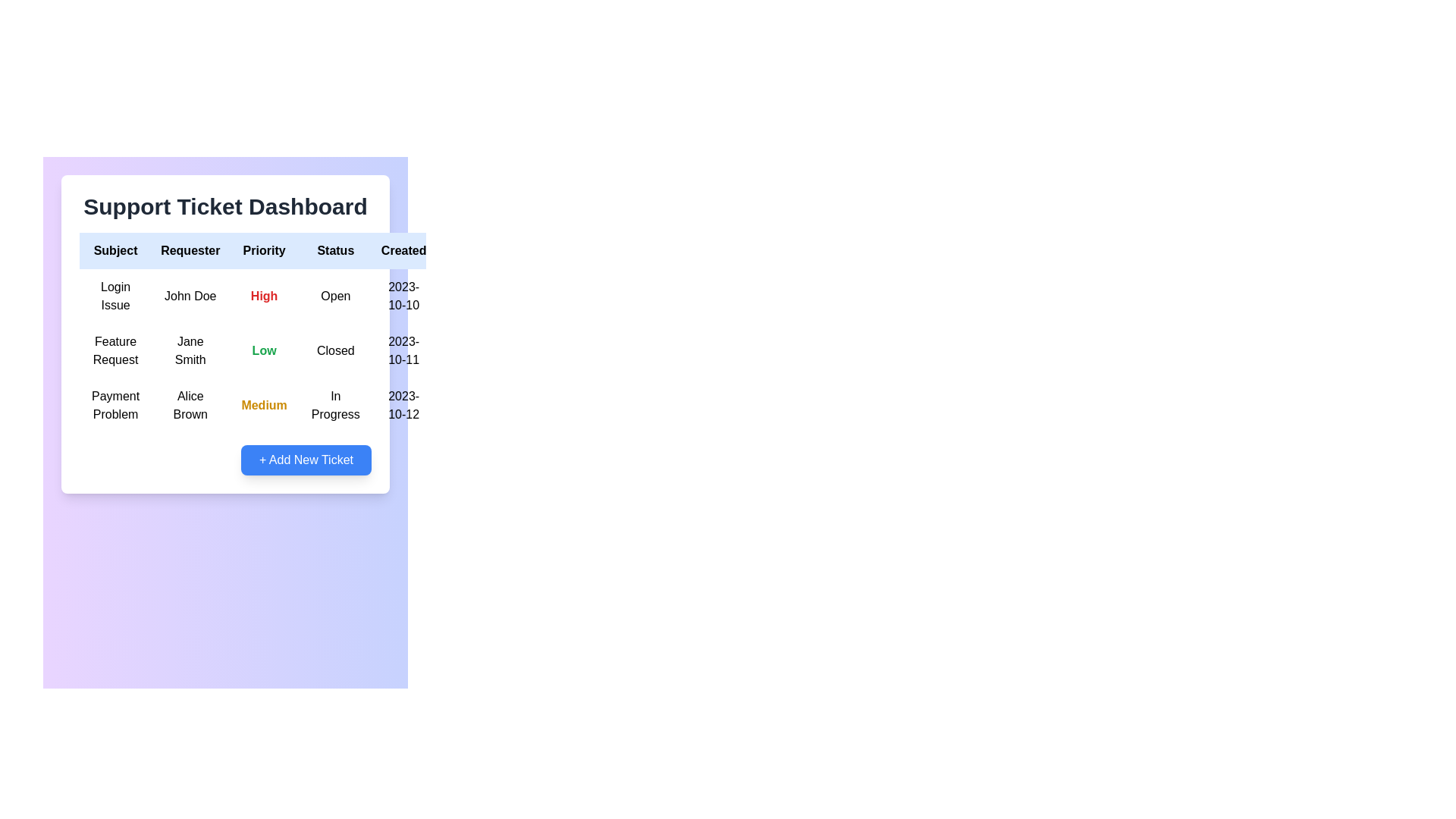 This screenshot has width=1456, height=819. What do you see at coordinates (334, 296) in the screenshot?
I see `the 'Open' status text label for the ticket 'Login Issue' requested by 'John Doe' in the Support Ticket Dashboard` at bounding box center [334, 296].